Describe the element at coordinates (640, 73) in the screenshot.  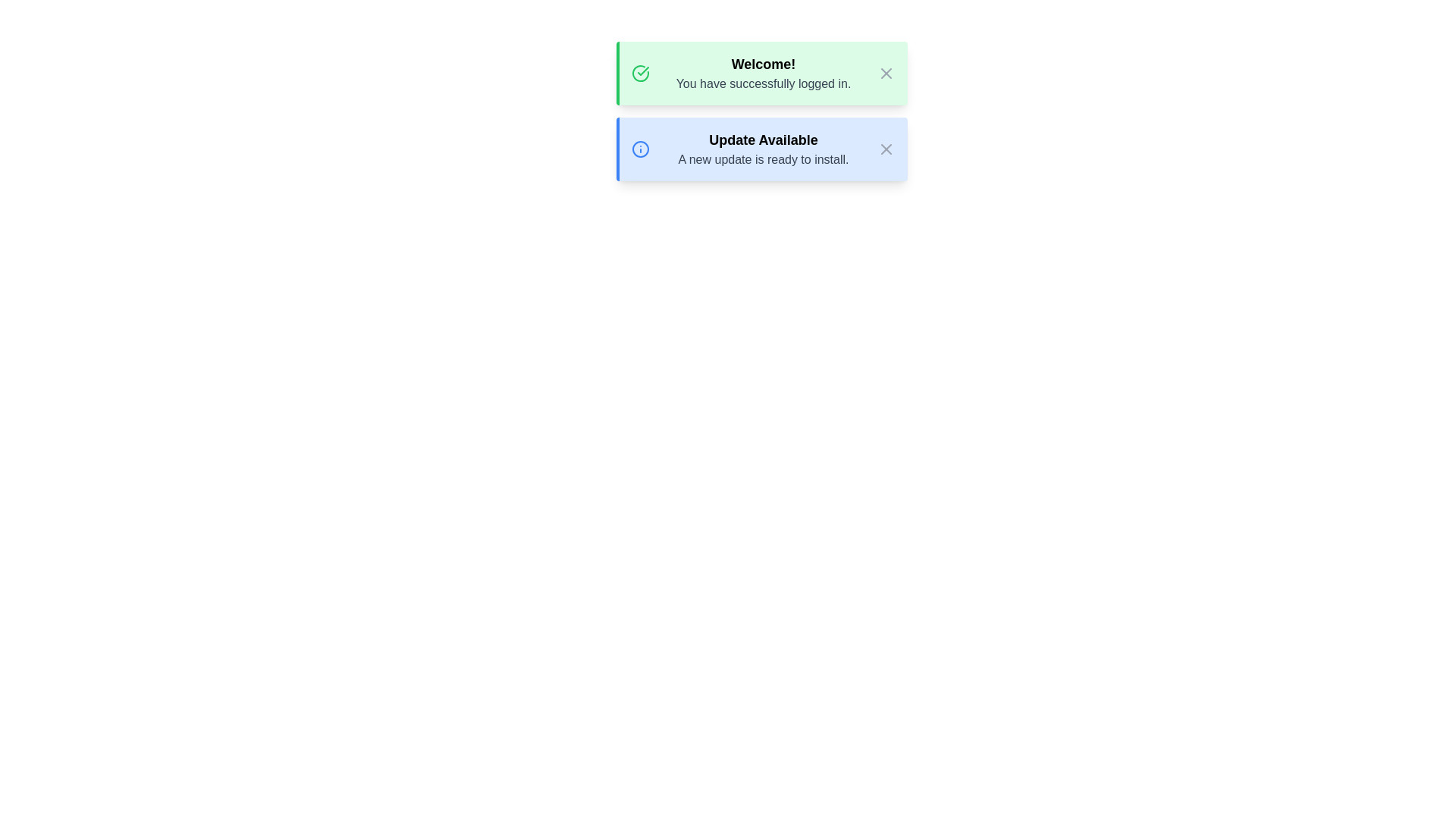
I see `the success indicator icon located at the left side of the green notification box titled 'Welcome!', which is next to the notification text` at that location.